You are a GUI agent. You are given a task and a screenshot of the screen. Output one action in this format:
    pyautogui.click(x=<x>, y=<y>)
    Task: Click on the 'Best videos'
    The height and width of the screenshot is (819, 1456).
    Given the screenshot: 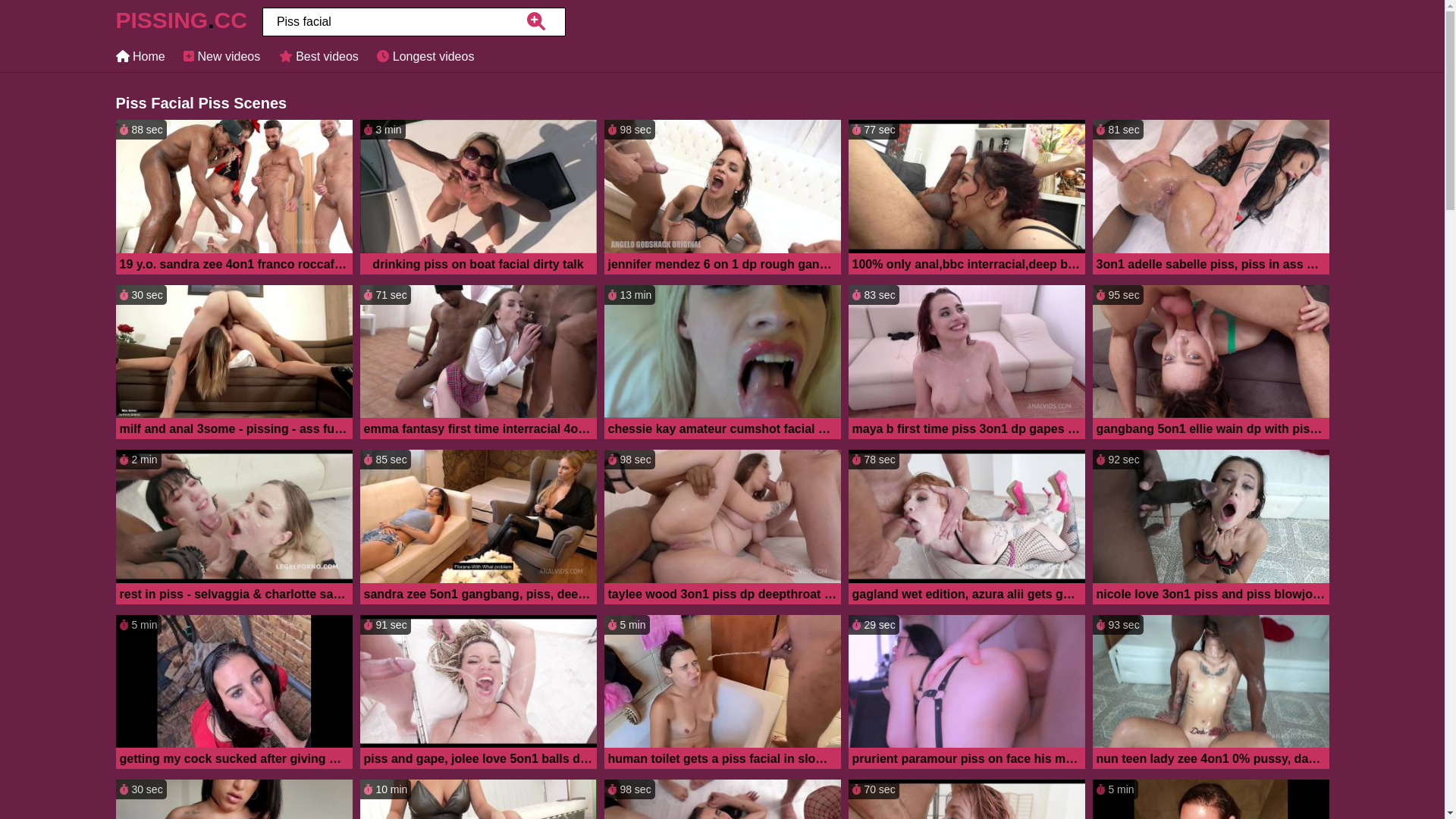 What is the action you would take?
    pyautogui.click(x=318, y=55)
    